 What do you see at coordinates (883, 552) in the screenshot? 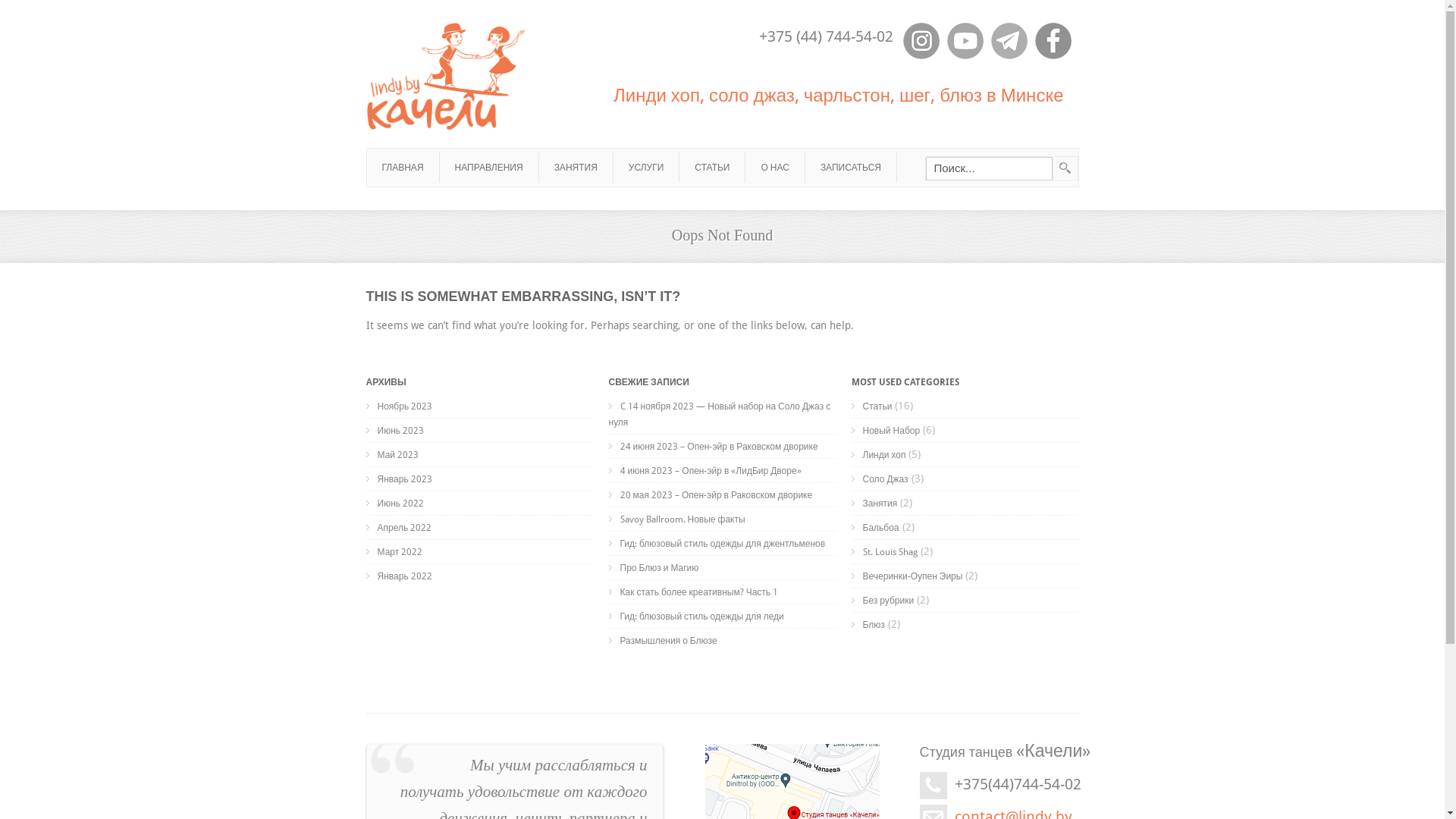
I see `'St. Louis Shag'` at bounding box center [883, 552].